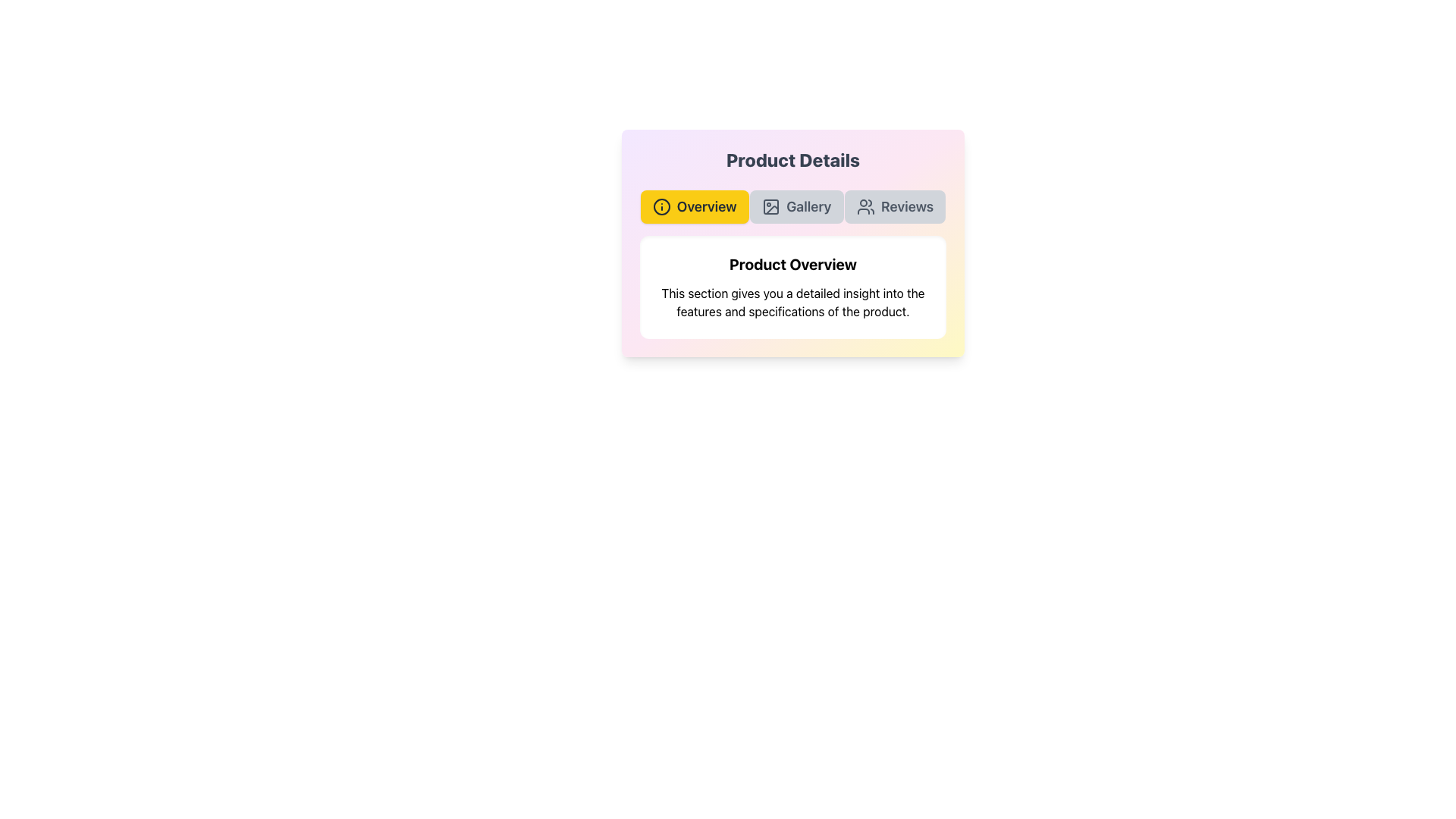 This screenshot has width=1456, height=819. I want to click on the gallery icon, which is a monochrome image depiction with a square frame and a circle, located adjacent to the 'Gallery' text in the menu bar under 'Product Details', so click(771, 207).